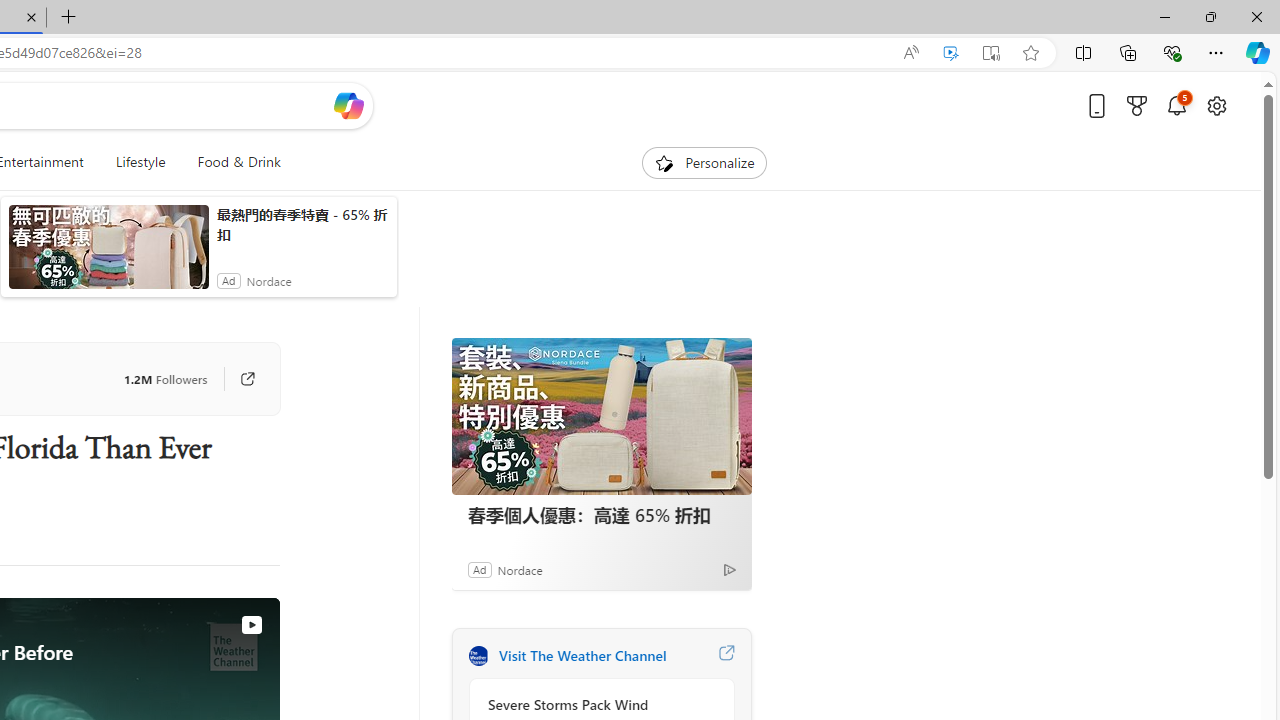 This screenshot has width=1280, height=720. I want to click on 'Visit The Weather Channel website', so click(725, 655).